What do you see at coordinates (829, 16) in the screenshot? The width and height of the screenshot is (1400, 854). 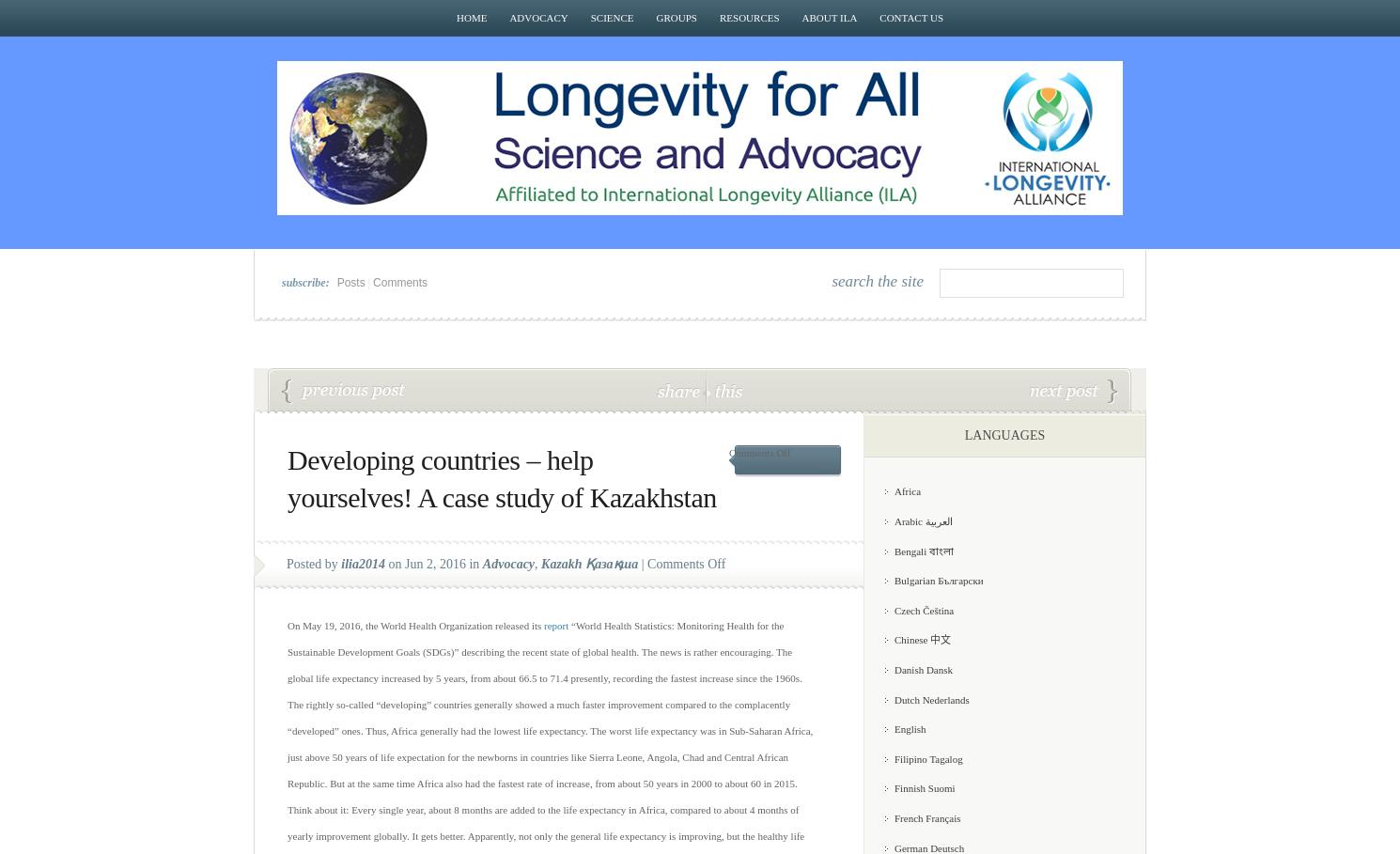 I see `'ABOUT ILA'` at bounding box center [829, 16].